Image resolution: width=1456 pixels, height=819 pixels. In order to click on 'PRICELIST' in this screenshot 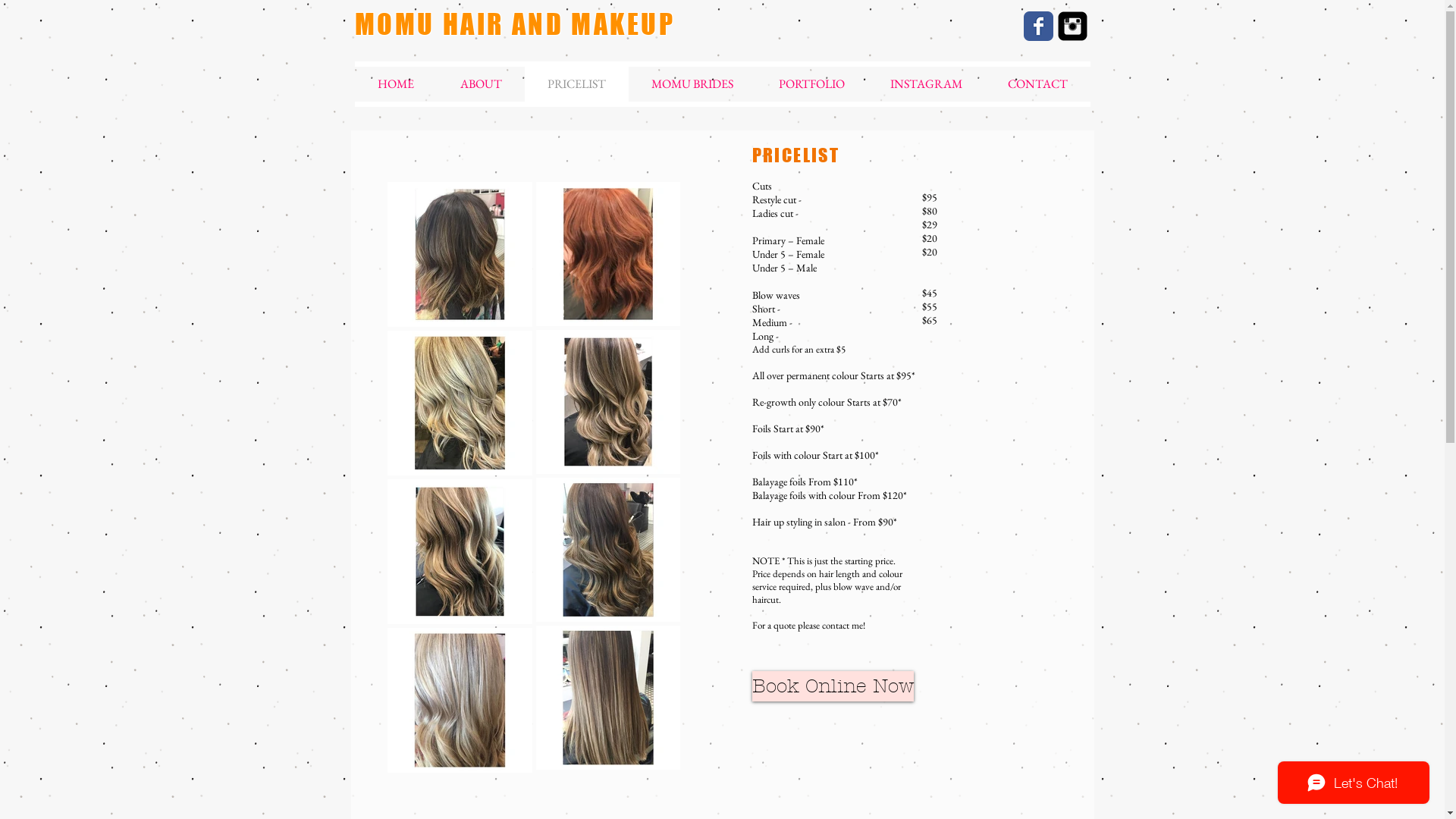, I will do `click(576, 84)`.